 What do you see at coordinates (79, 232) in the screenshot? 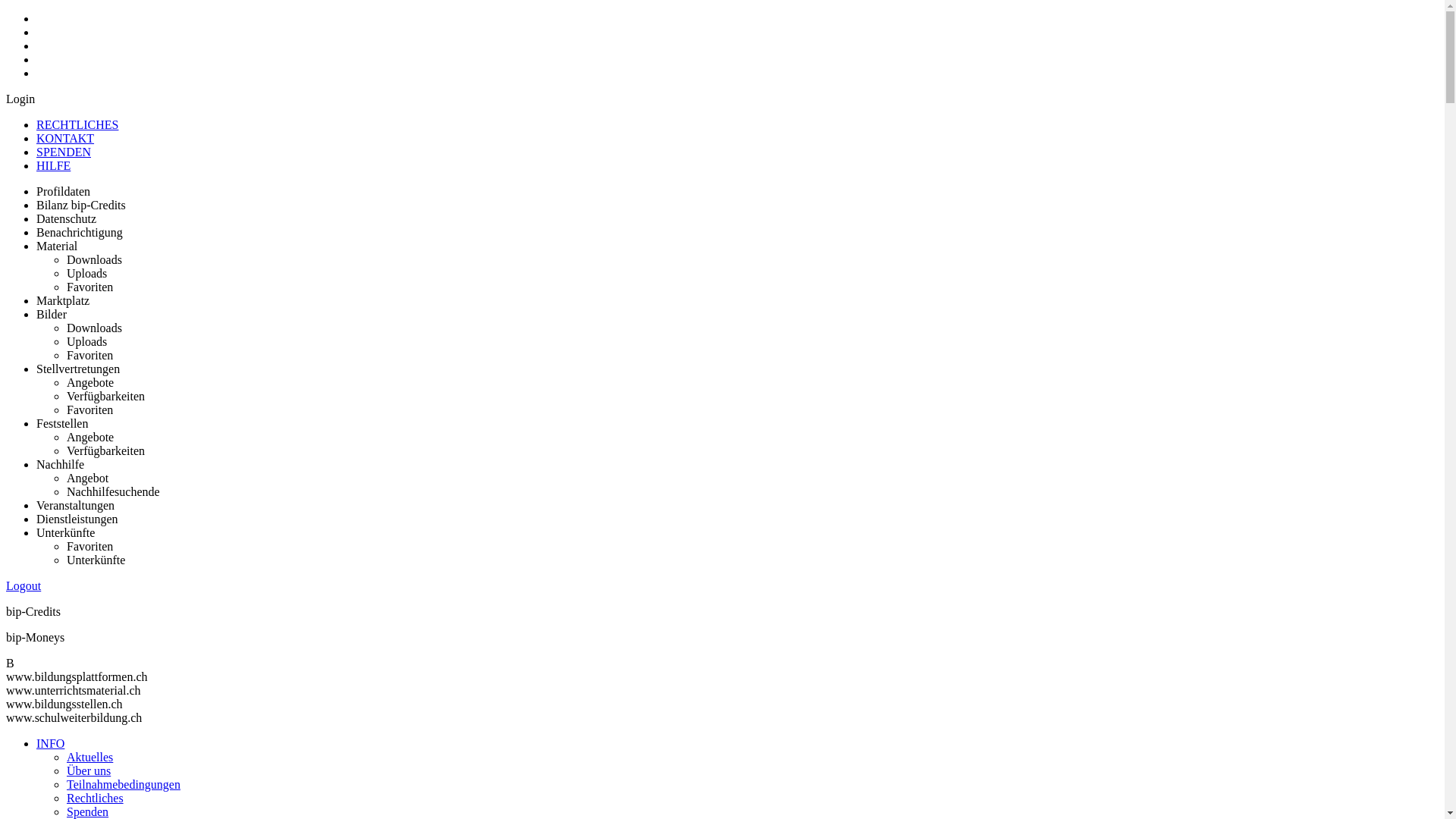
I see `'Benachrichtigung'` at bounding box center [79, 232].